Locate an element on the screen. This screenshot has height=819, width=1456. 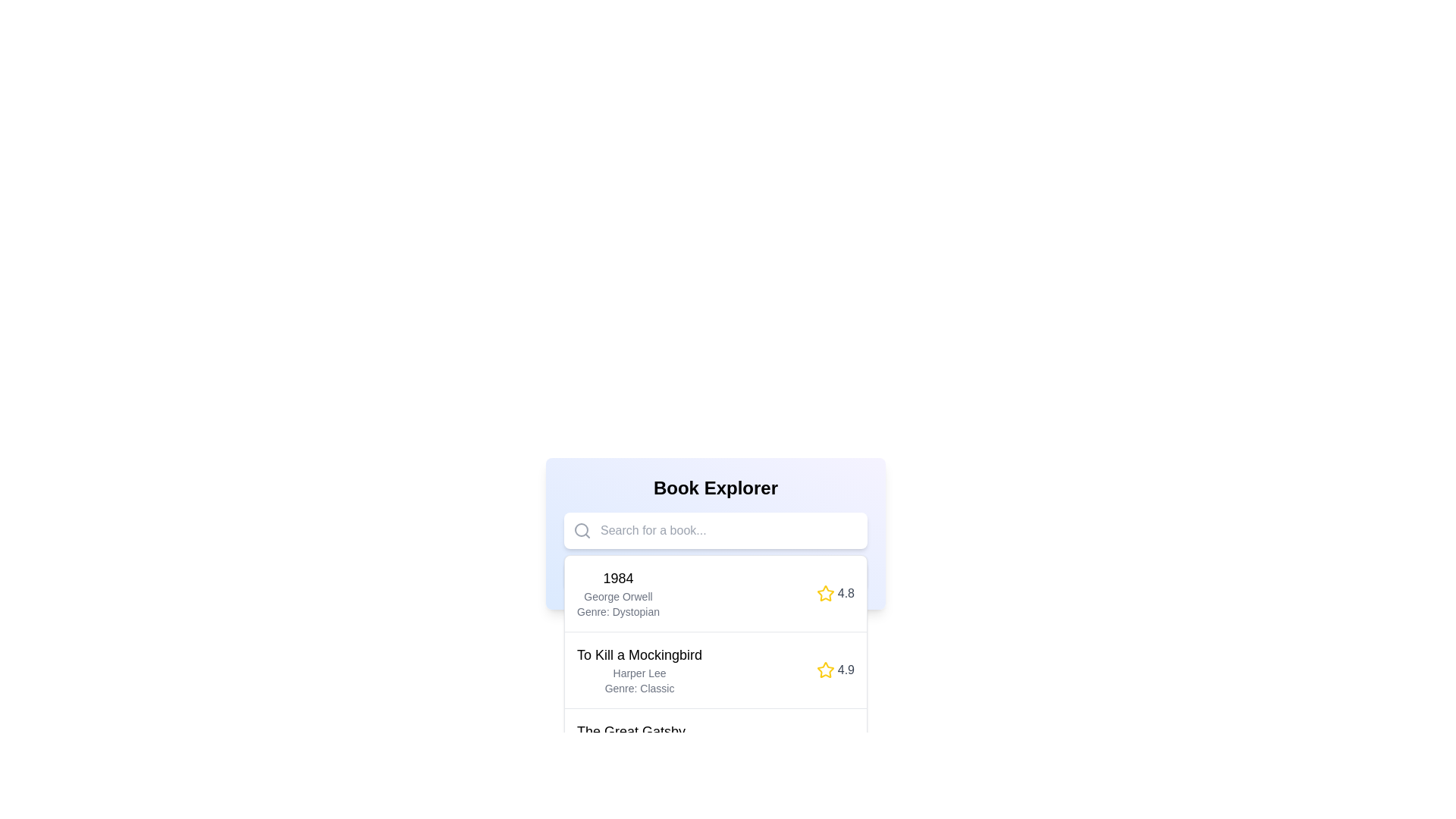
the static text element that provides the genre of the book '1984' by George Orwell, located beneath the author's name is located at coordinates (618, 610).